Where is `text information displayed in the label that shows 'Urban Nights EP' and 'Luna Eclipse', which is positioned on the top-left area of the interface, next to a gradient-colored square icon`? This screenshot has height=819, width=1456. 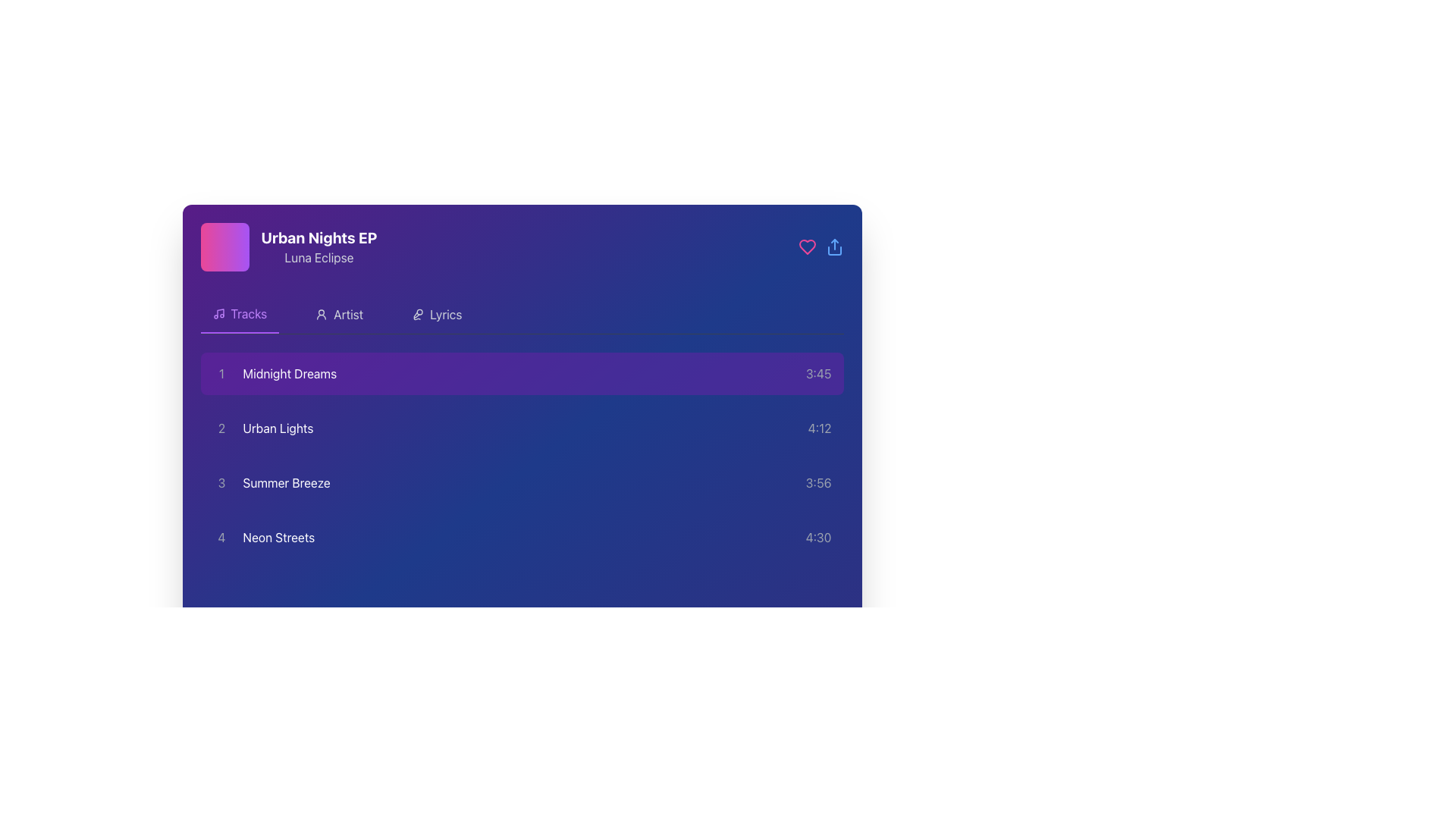
text information displayed in the label that shows 'Urban Nights EP' and 'Luna Eclipse', which is positioned on the top-left area of the interface, next to a gradient-colored square icon is located at coordinates (318, 246).